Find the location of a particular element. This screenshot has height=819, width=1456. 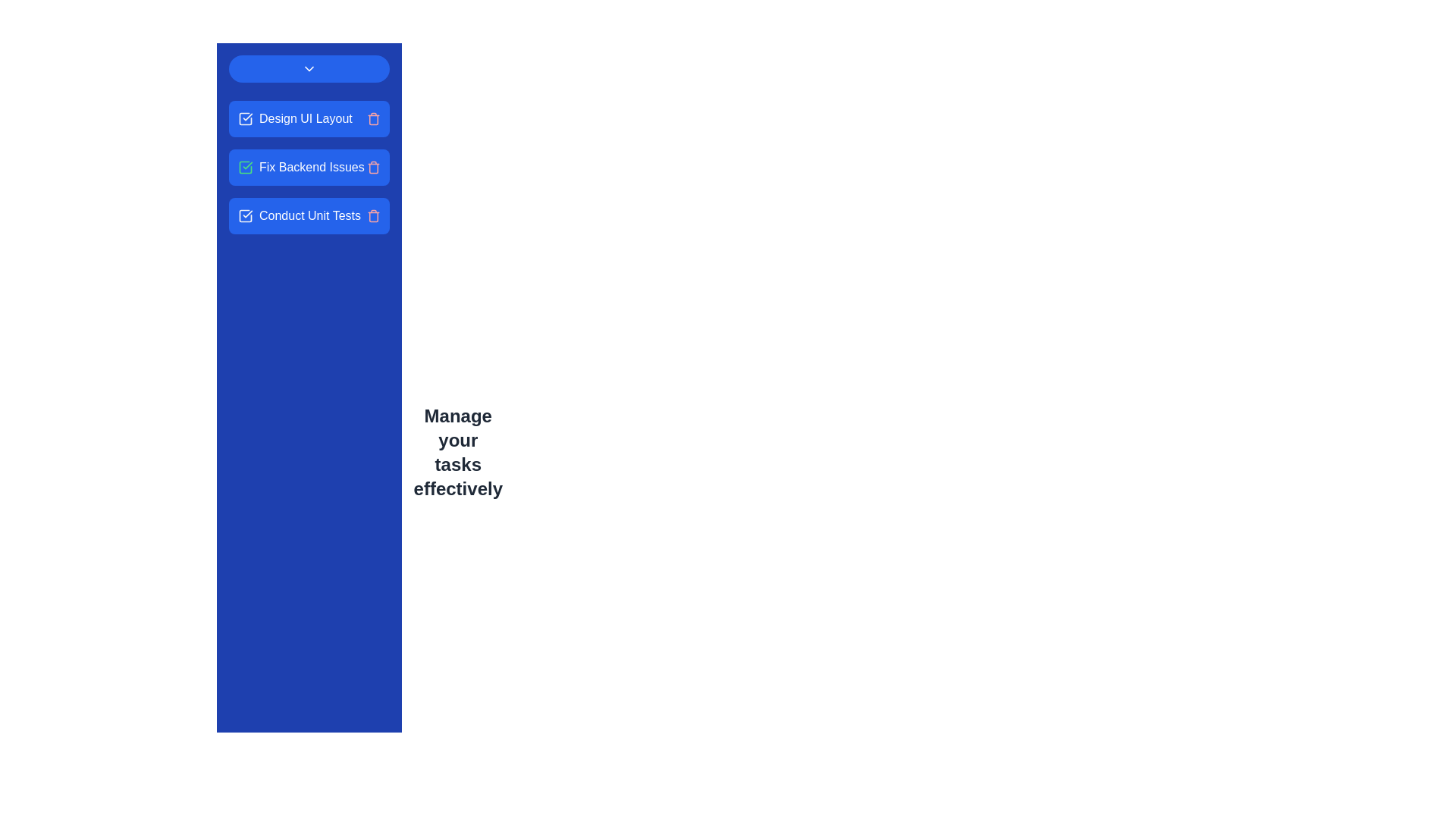

the 'Design UI Layout' label with the checkbox is located at coordinates (295, 118).